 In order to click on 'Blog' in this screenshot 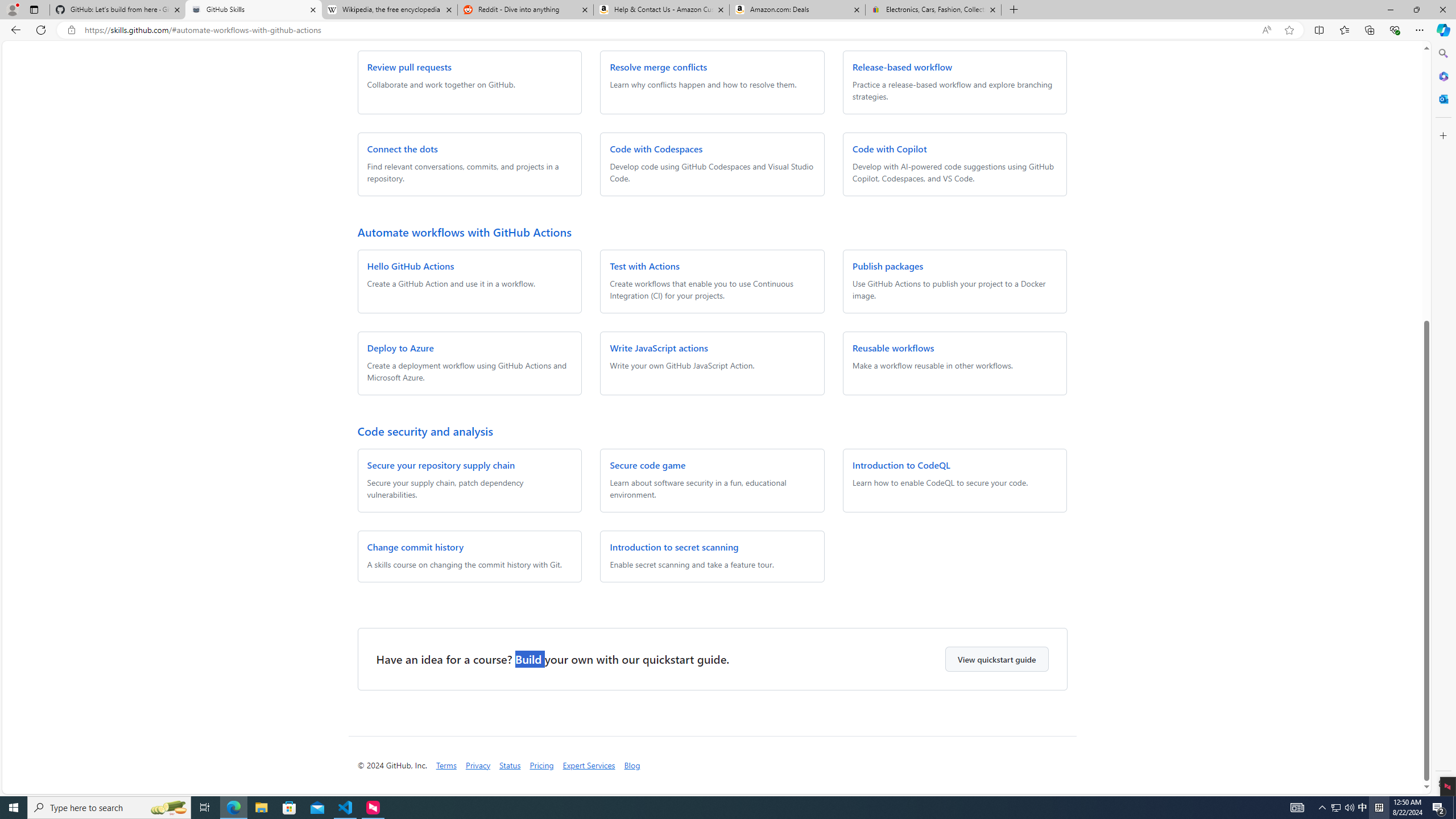, I will do `click(632, 764)`.